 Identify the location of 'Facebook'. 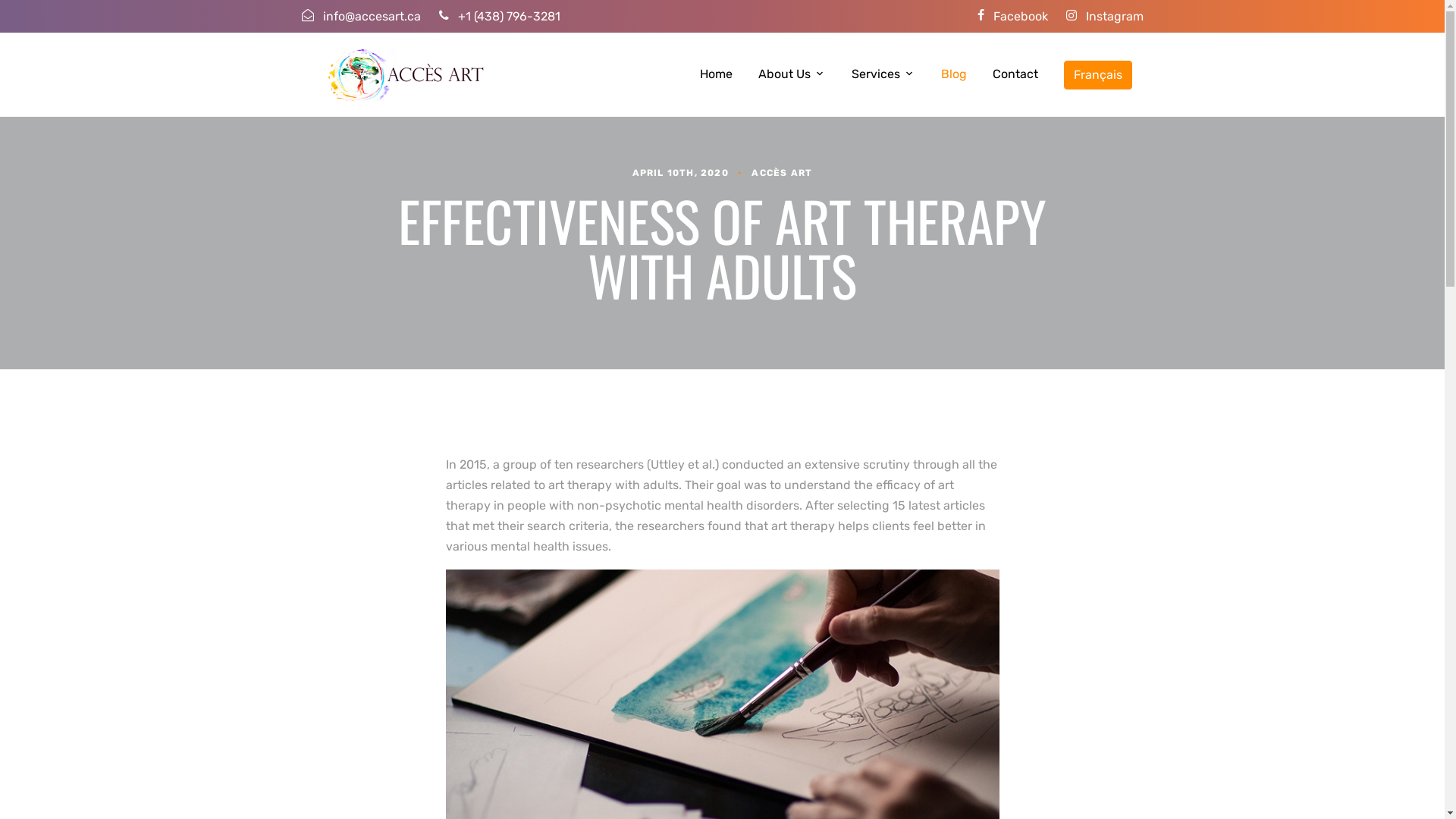
(1012, 16).